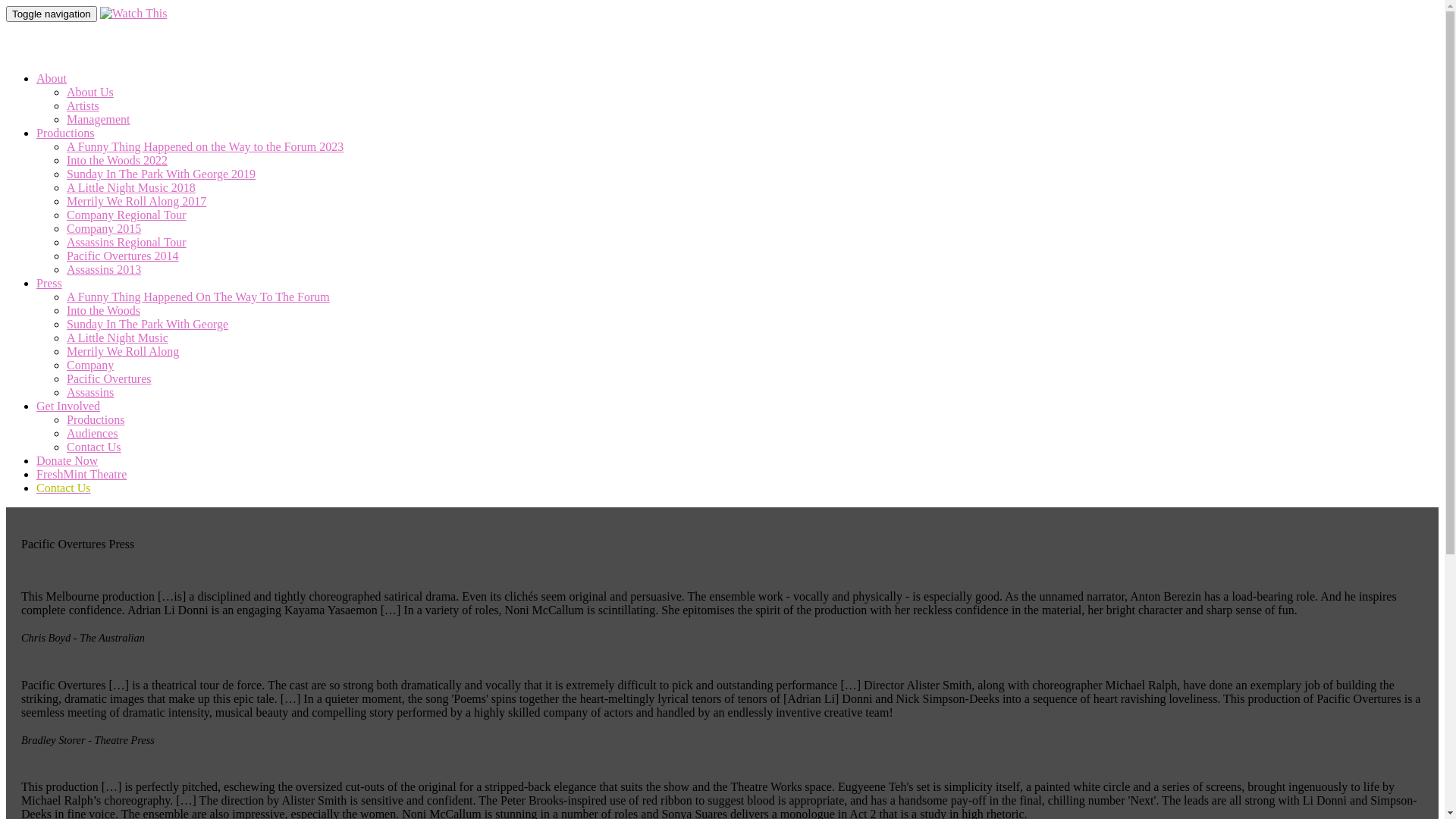 The height and width of the screenshot is (819, 1456). What do you see at coordinates (80, 473) in the screenshot?
I see `'FreshMint Theatre'` at bounding box center [80, 473].